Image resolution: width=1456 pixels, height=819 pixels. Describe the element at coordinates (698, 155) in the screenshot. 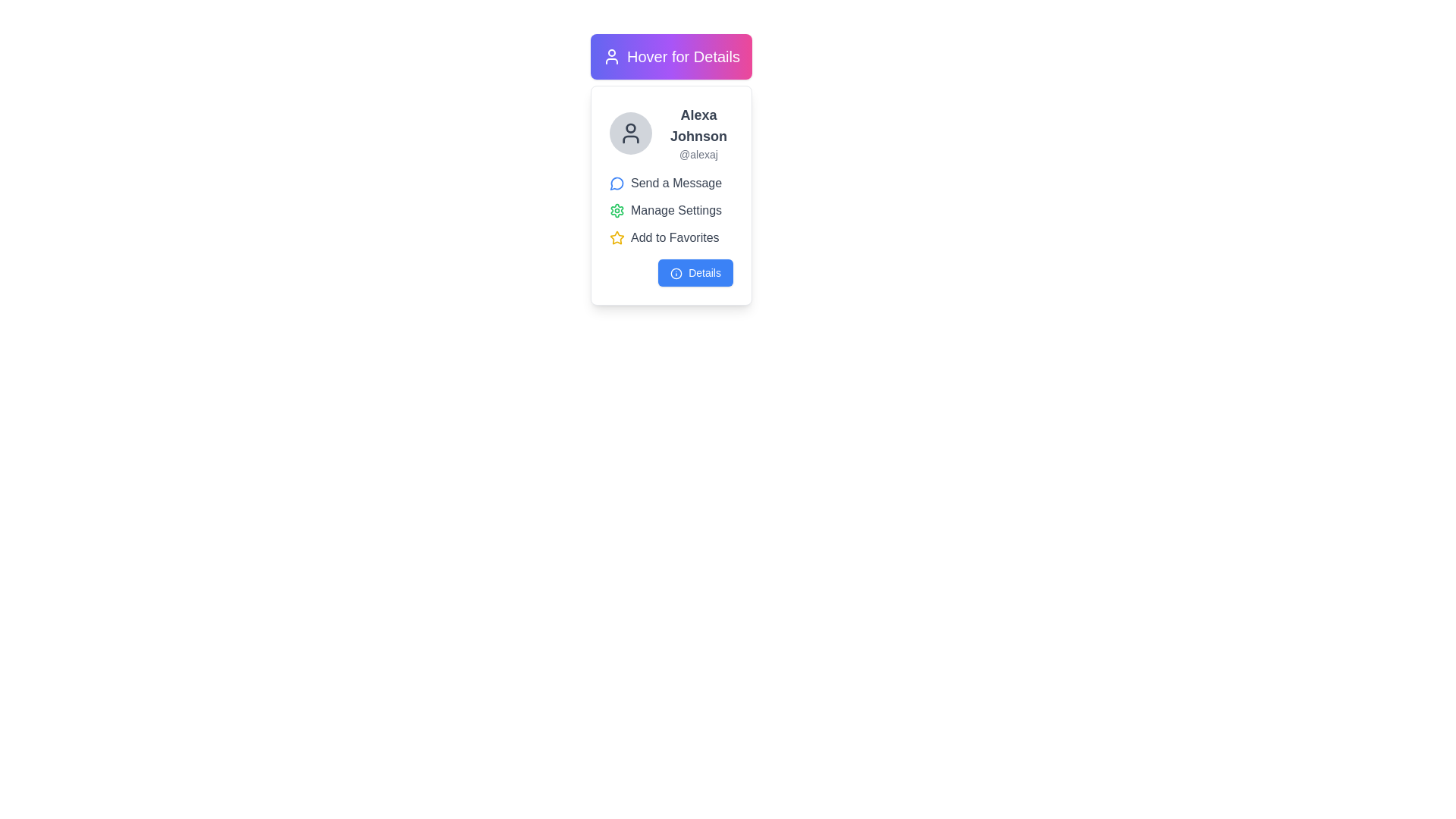

I see `the text label element displaying '@alexaj', which is in a smaller gray font positioned under 'Alexa Johnson'` at that location.